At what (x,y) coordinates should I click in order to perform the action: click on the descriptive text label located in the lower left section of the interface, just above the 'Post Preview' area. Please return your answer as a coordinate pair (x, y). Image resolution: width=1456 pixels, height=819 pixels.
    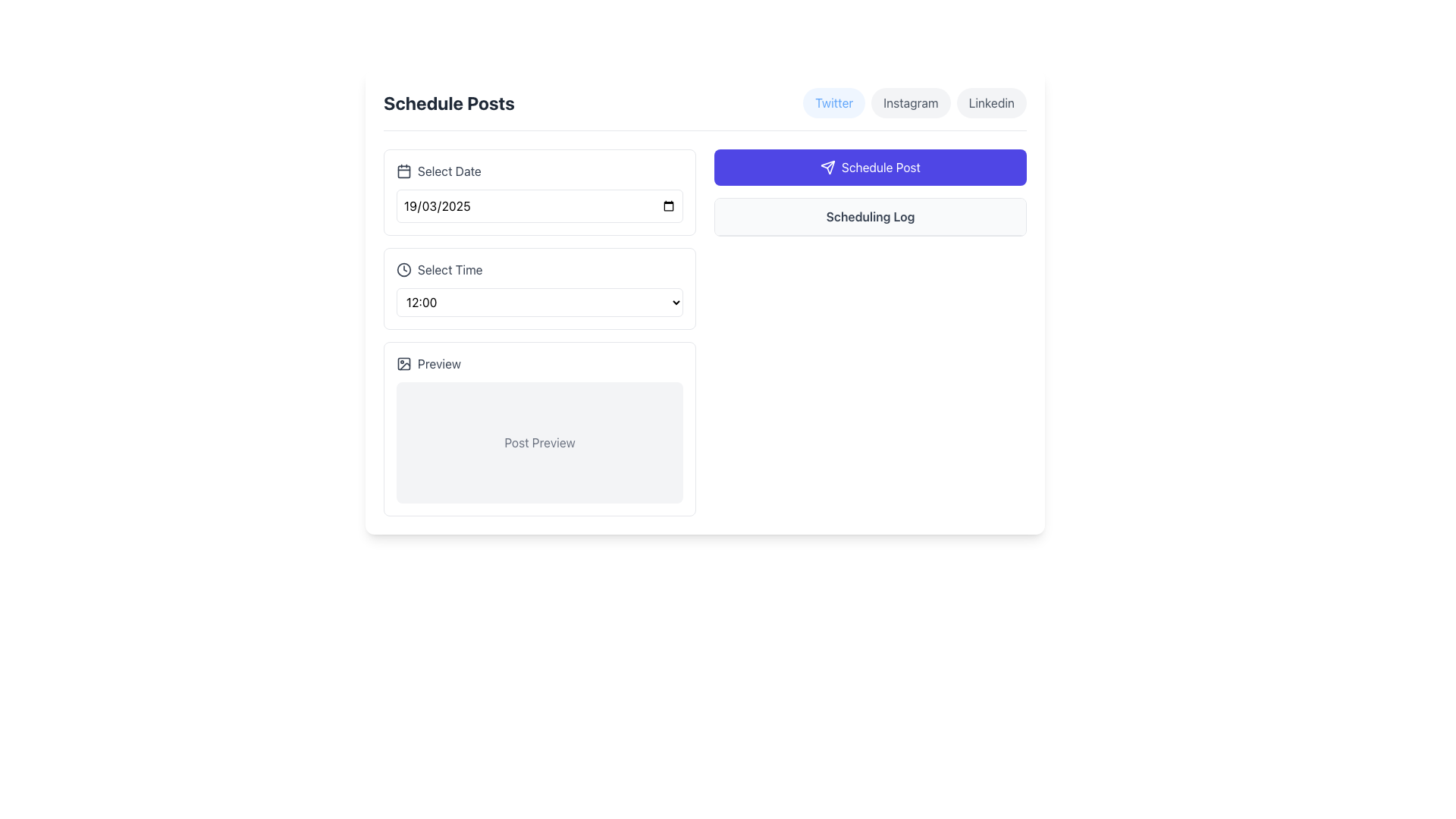
    Looking at the image, I should click on (438, 363).